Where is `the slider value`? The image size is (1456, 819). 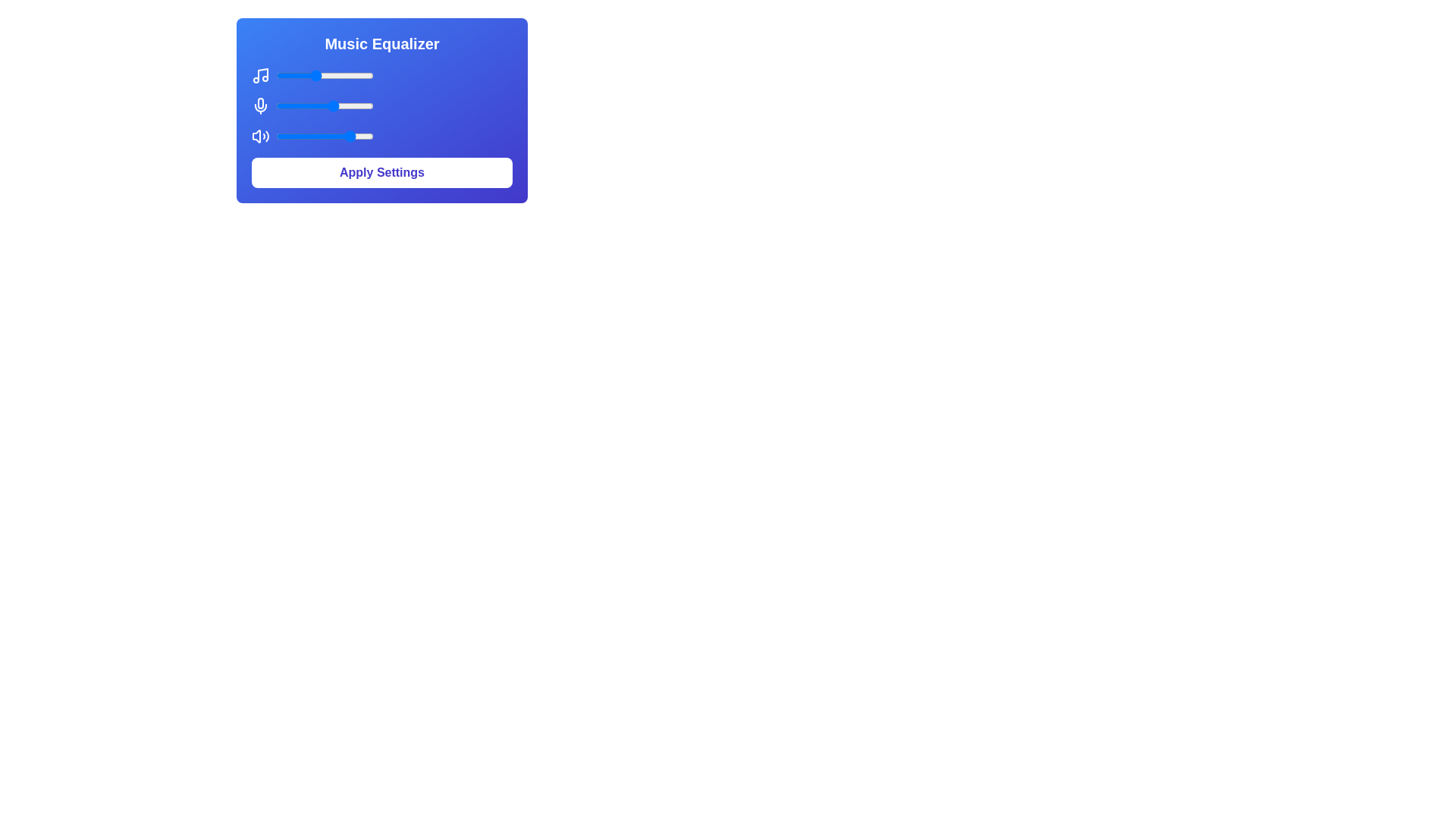 the slider value is located at coordinates (318, 105).